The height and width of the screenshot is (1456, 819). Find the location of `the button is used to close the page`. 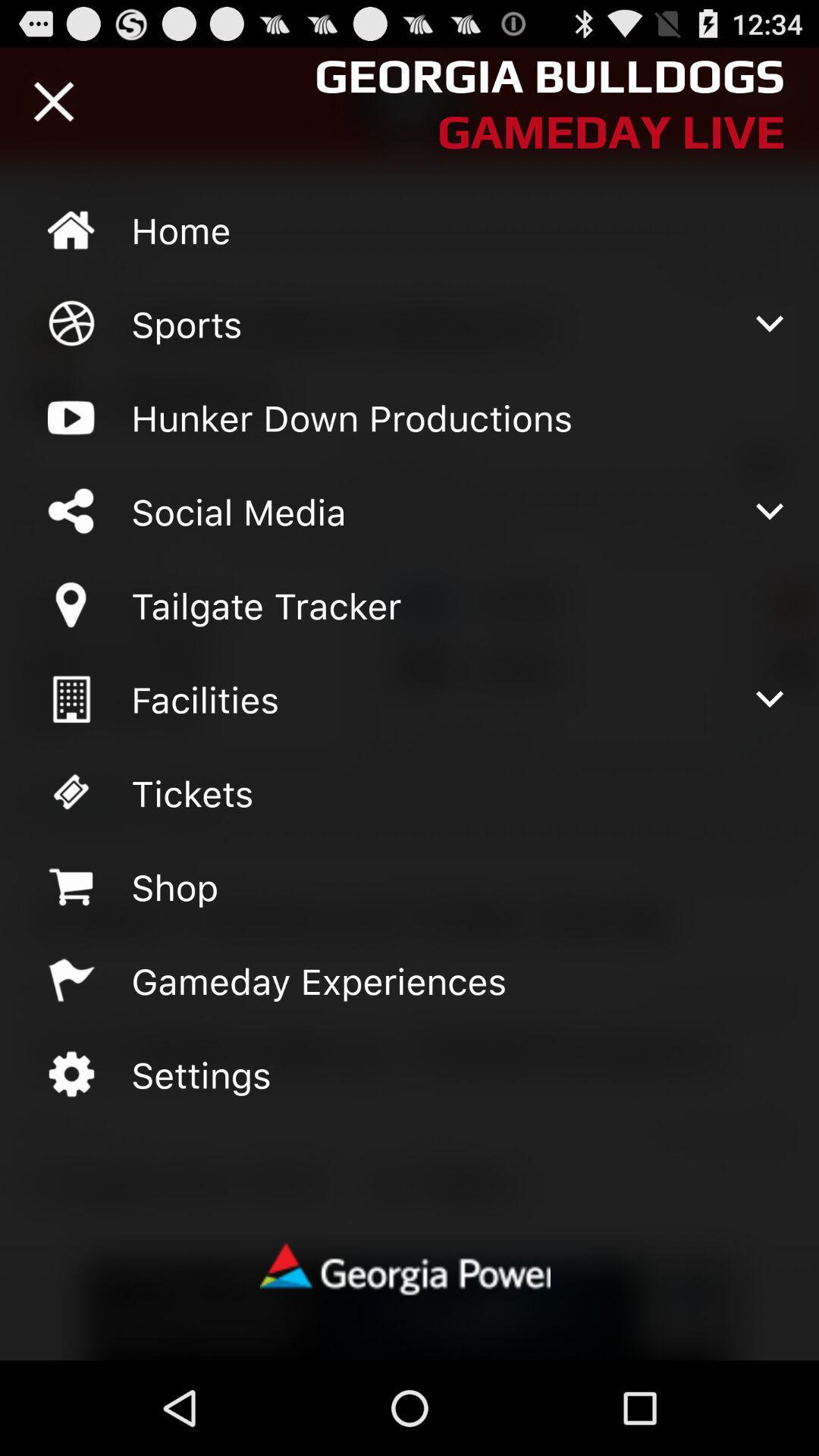

the button is used to close the page is located at coordinates (53, 101).